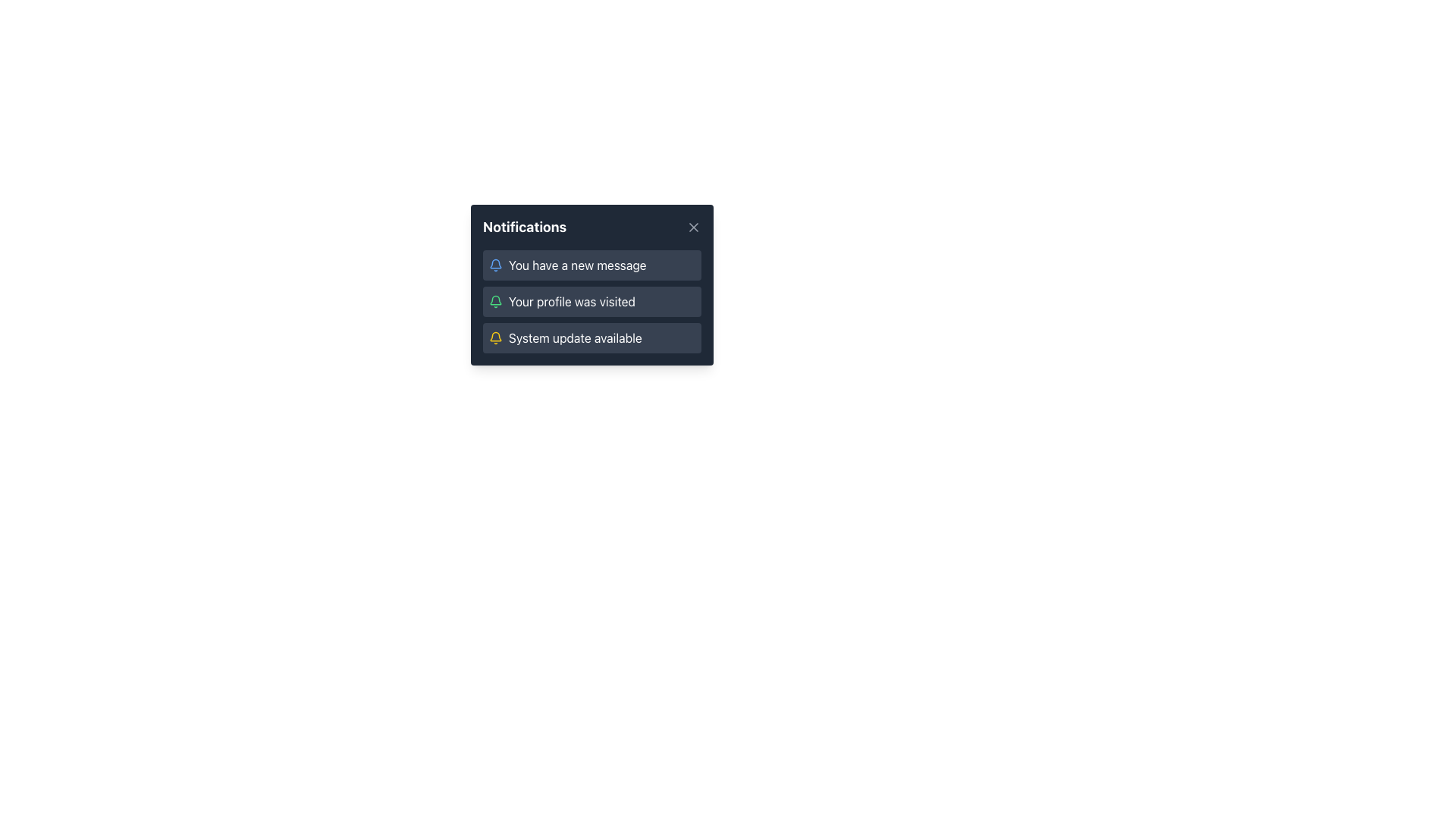  What do you see at coordinates (495, 337) in the screenshot?
I see `the yellow bell icon located adjacent to the 'System update available' notification text in the third notification section of the 'Notifications' pop-up` at bounding box center [495, 337].